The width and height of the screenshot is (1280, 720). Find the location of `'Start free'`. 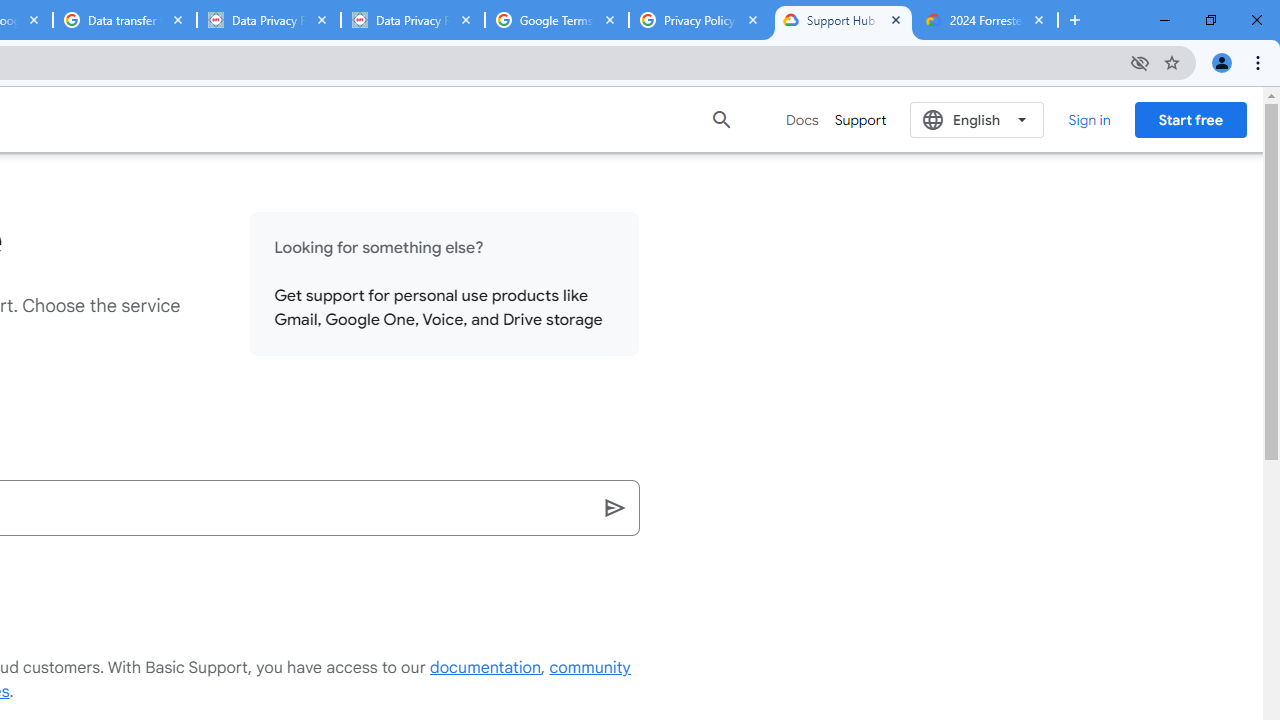

'Start free' is located at coordinates (1190, 119).